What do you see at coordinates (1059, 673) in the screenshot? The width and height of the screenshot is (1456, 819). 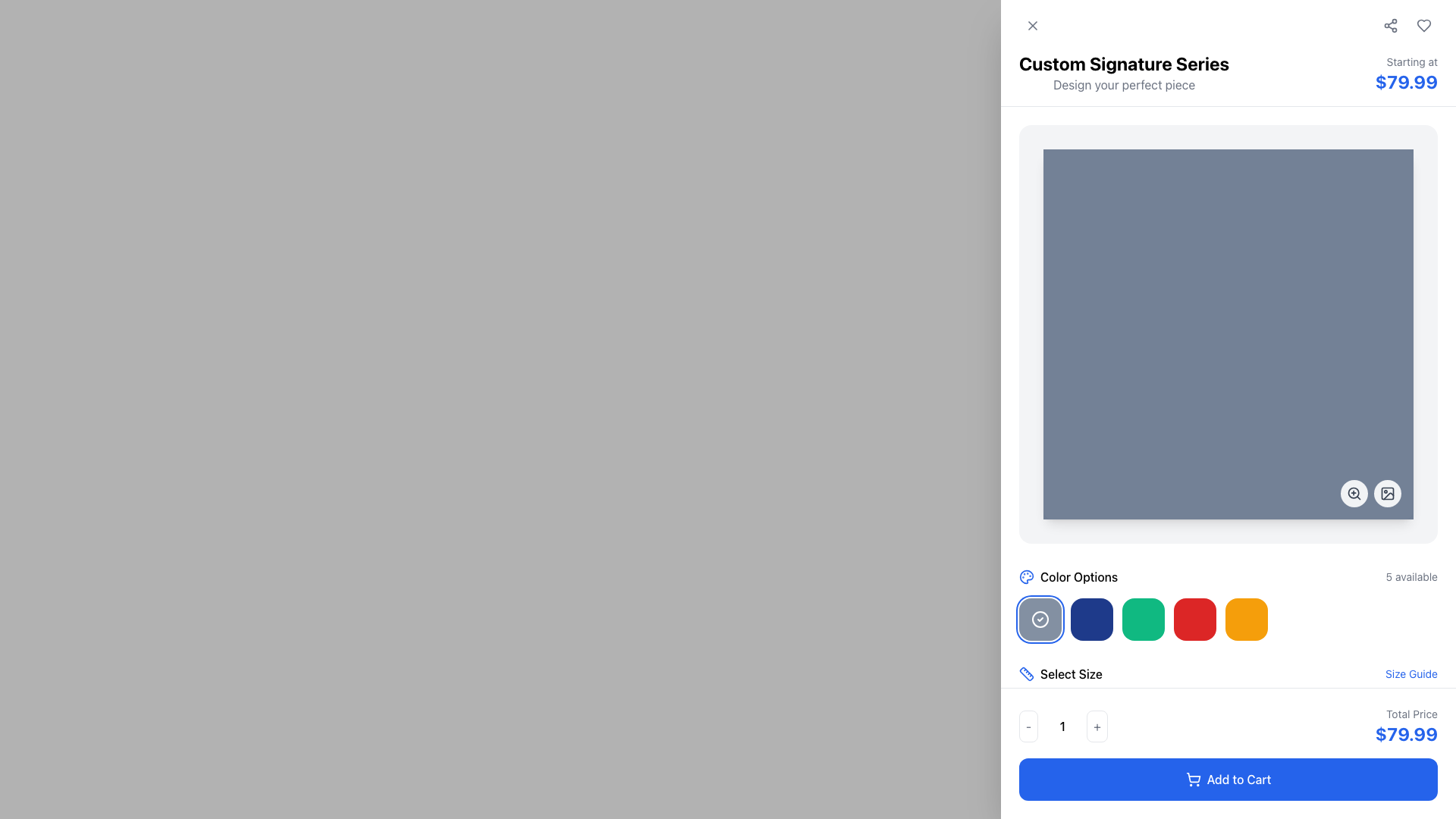 I see `the Label with icon prompting the user to choose a size for the selected product, located in the lower part of the right panel near the 'Color Options' section` at bounding box center [1059, 673].